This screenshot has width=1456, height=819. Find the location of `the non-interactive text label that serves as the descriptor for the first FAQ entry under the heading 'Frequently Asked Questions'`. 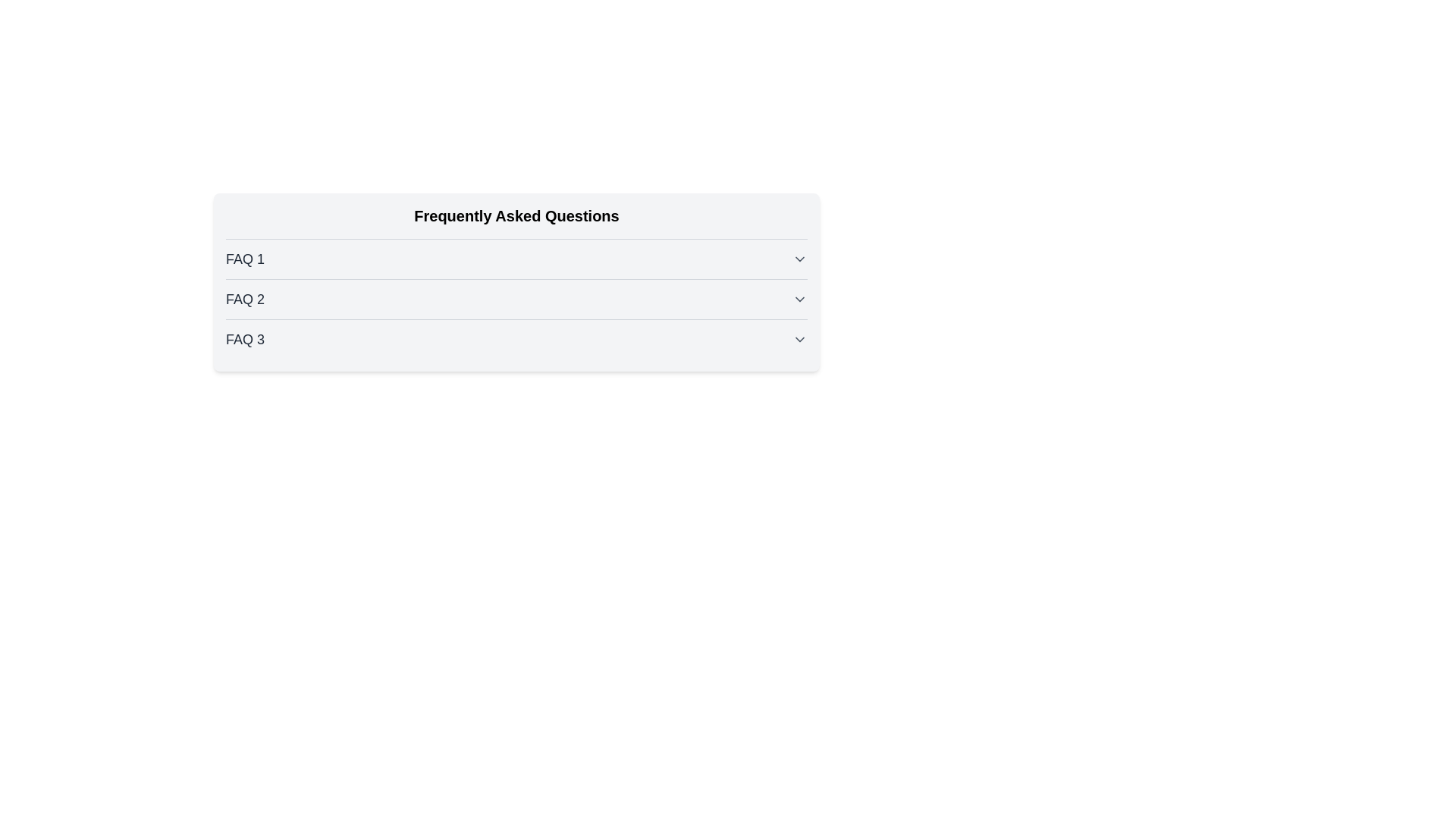

the non-interactive text label that serves as the descriptor for the first FAQ entry under the heading 'Frequently Asked Questions' is located at coordinates (245, 259).